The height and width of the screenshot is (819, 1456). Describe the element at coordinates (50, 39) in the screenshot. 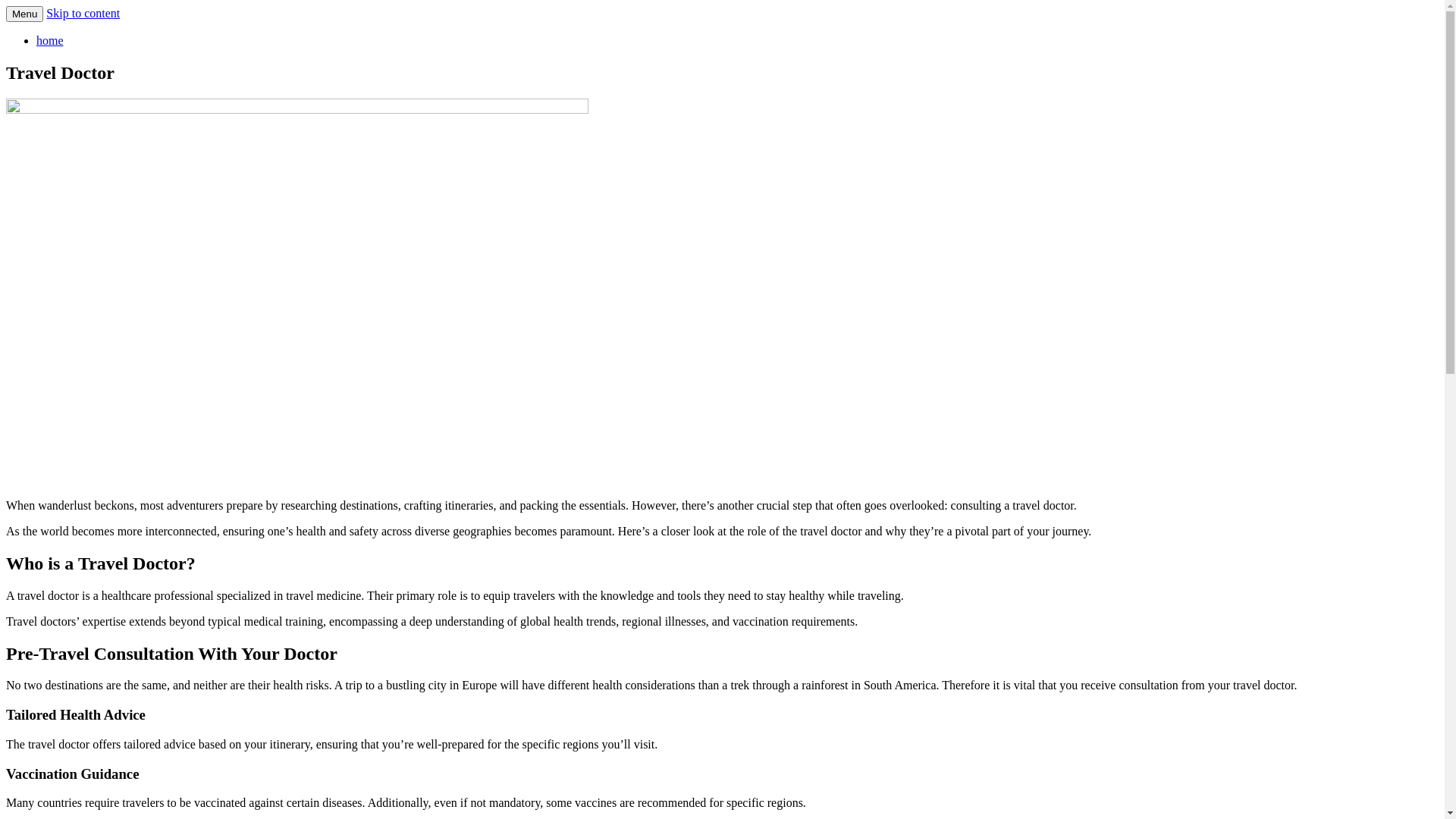

I see `'home'` at that location.